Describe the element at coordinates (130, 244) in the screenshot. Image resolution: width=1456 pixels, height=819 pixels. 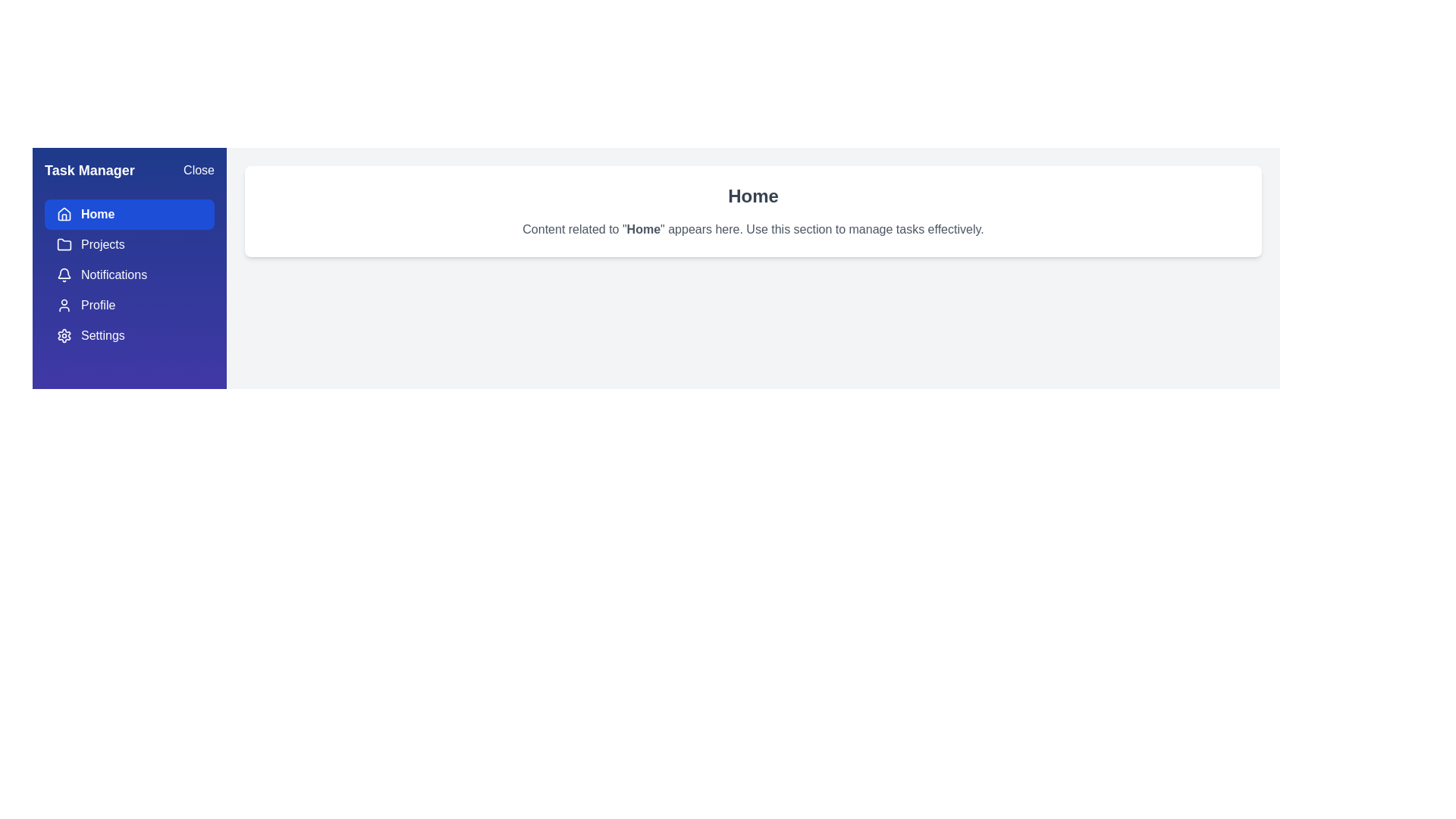
I see `the menu item Projects to view its content` at that location.